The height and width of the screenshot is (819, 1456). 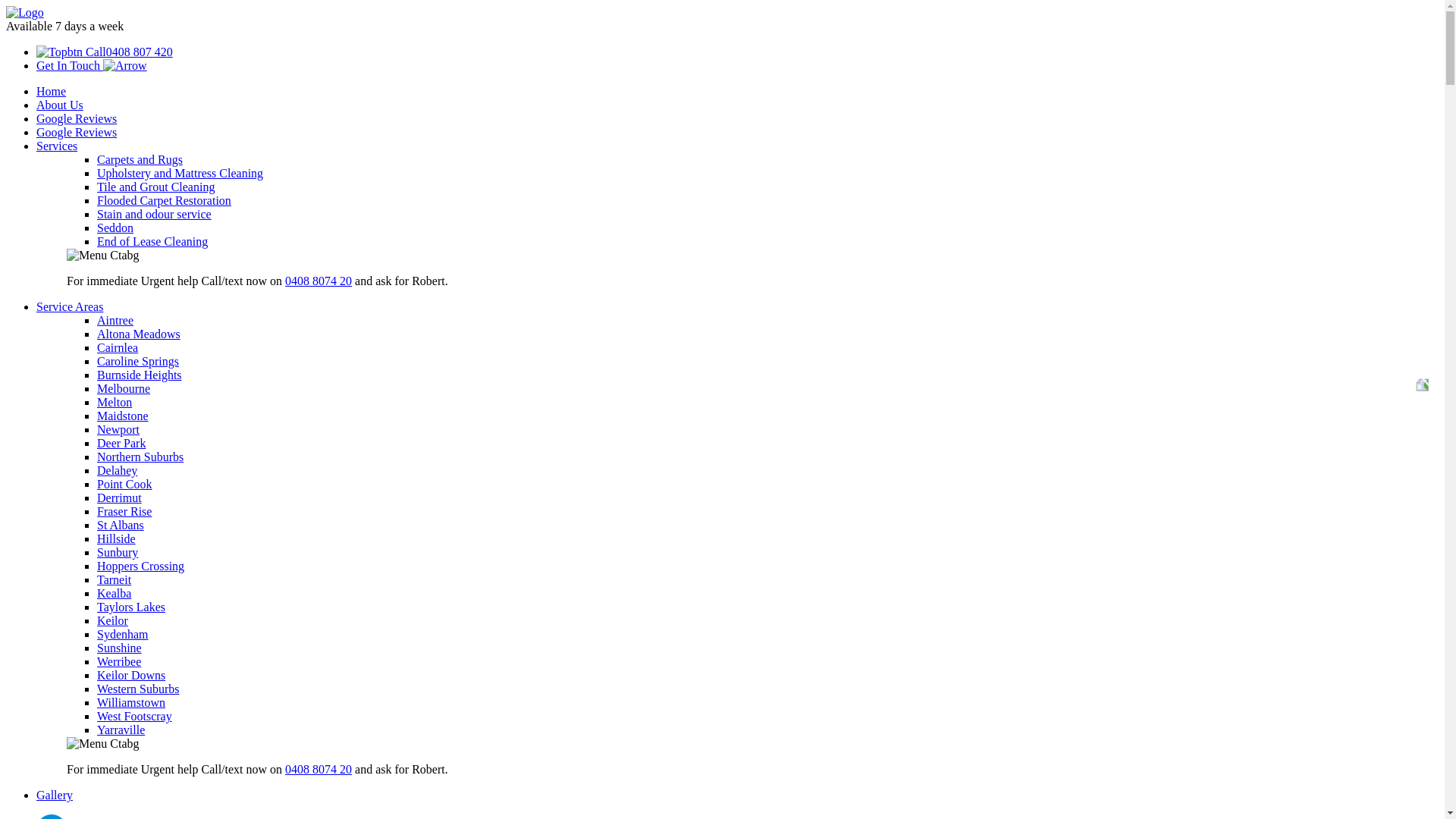 I want to click on 'End of Lease Cleaning', so click(x=152, y=240).